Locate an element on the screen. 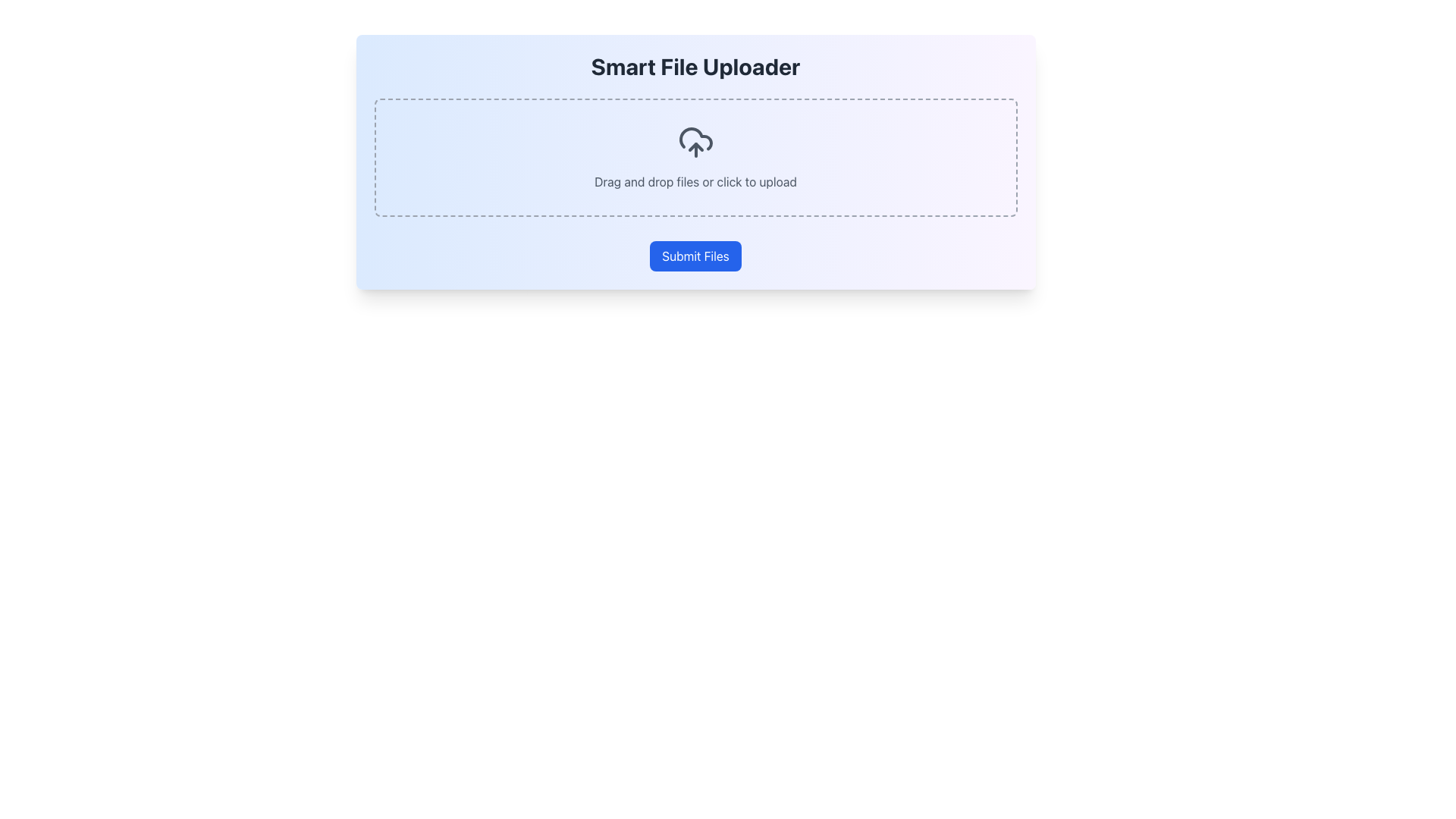 This screenshot has width=1456, height=819. the upward-pointing arrow icon located centrally within the cloud graphic in the file upload area is located at coordinates (695, 146).